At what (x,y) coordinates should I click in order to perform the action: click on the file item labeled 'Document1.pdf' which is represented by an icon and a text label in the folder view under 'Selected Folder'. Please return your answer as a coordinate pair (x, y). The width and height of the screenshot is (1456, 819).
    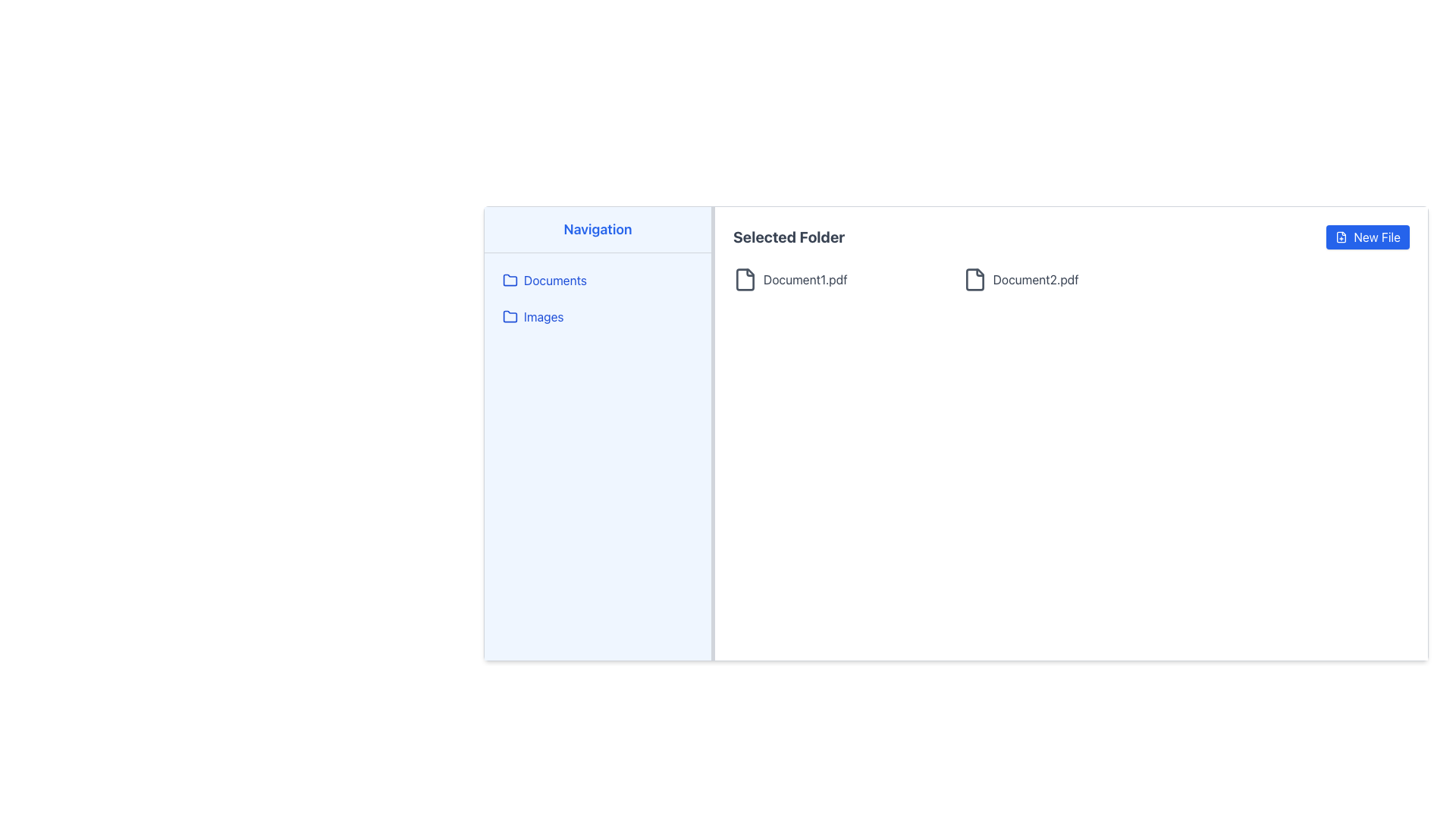
    Looking at the image, I should click on (840, 280).